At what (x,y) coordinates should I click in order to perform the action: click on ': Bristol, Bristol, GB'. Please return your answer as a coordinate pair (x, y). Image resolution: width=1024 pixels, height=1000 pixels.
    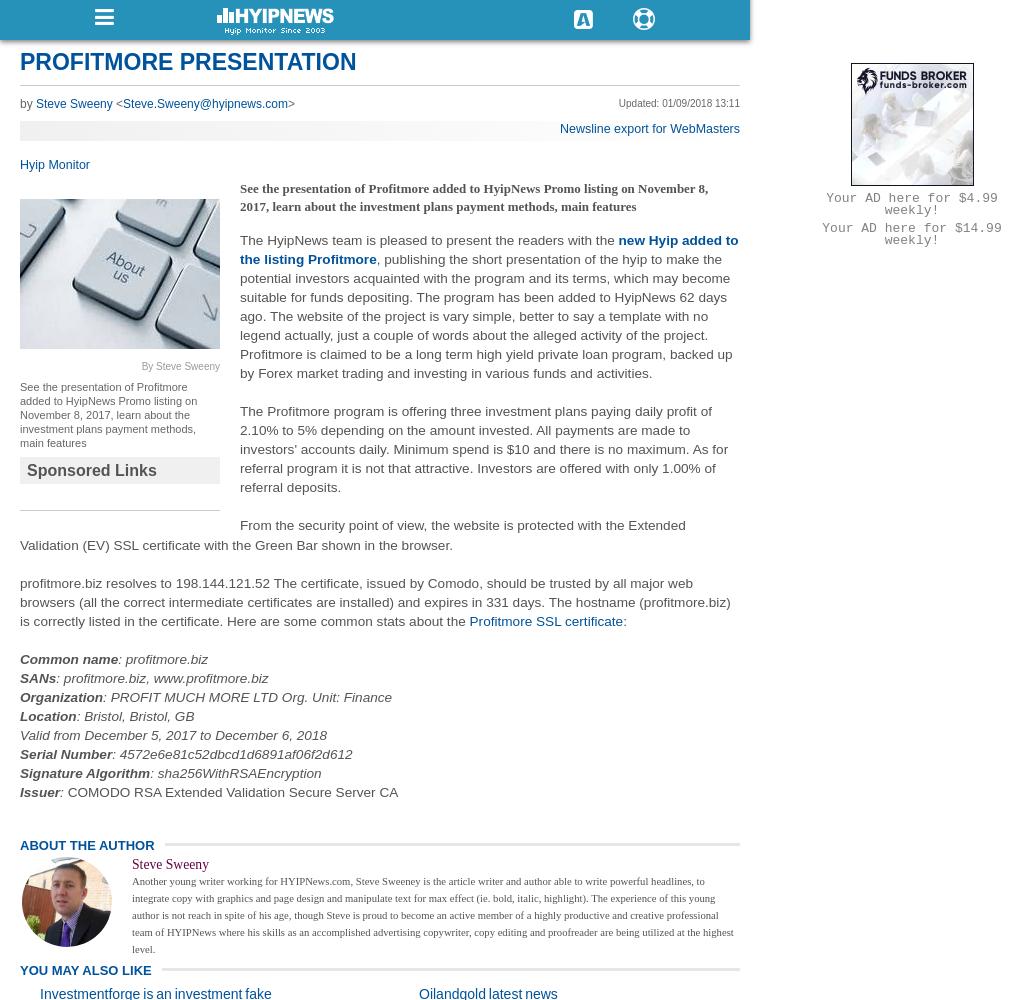
    Looking at the image, I should click on (133, 714).